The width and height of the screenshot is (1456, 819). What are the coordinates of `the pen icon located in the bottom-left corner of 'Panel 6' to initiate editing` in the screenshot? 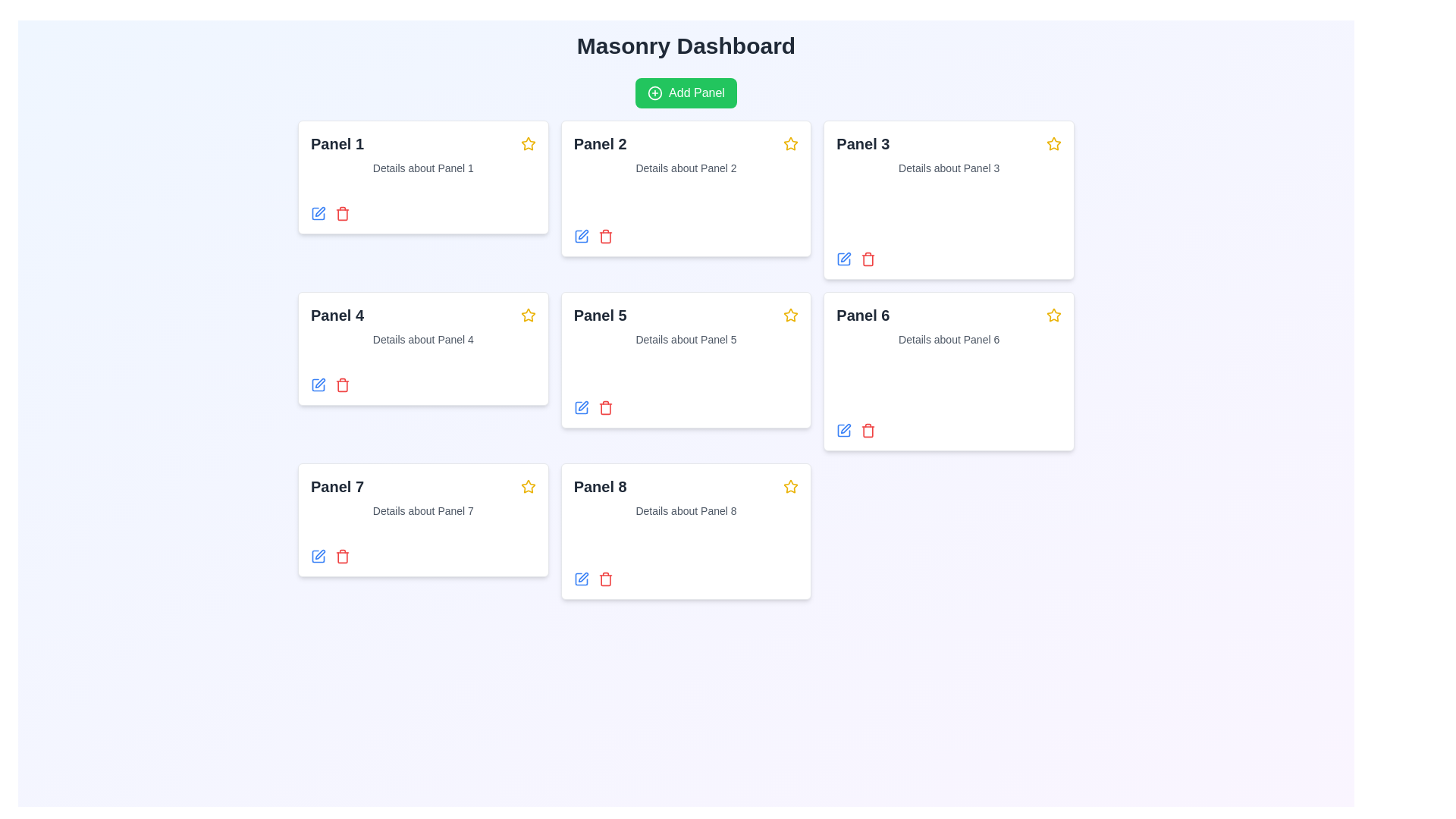 It's located at (845, 428).